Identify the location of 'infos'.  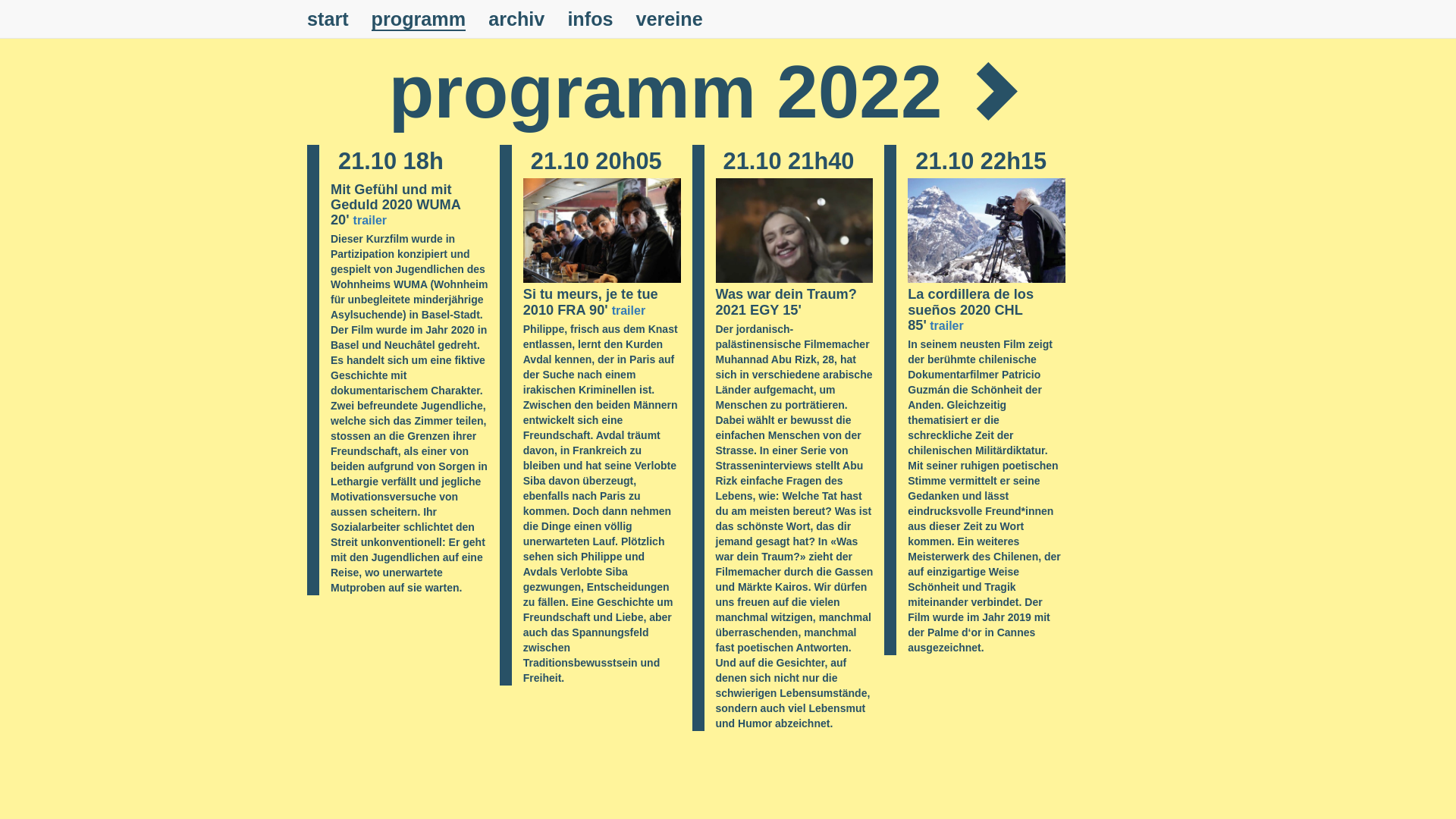
(588, 18).